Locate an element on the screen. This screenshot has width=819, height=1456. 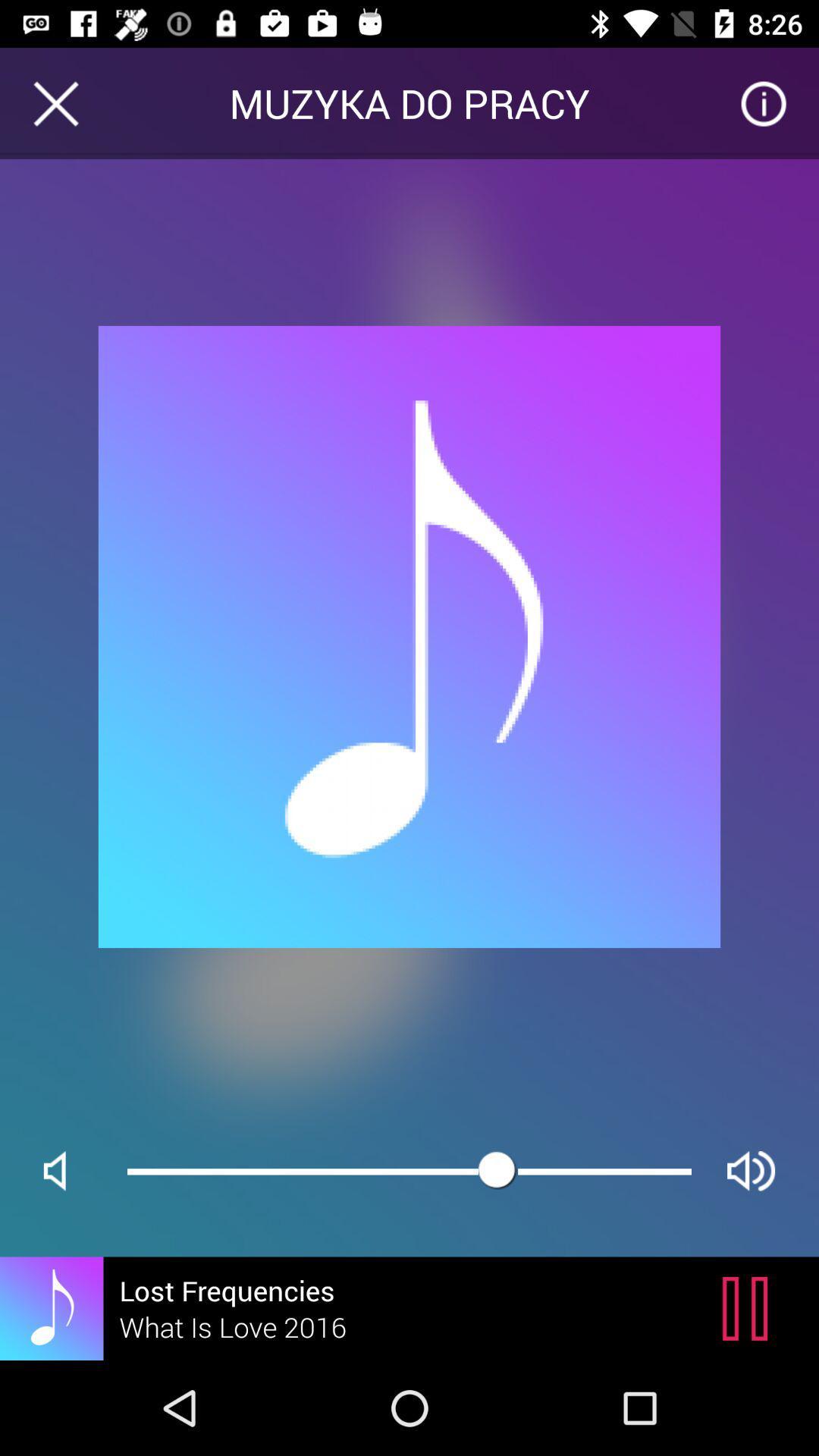
icon next to muzyka do pracy item is located at coordinates (763, 102).